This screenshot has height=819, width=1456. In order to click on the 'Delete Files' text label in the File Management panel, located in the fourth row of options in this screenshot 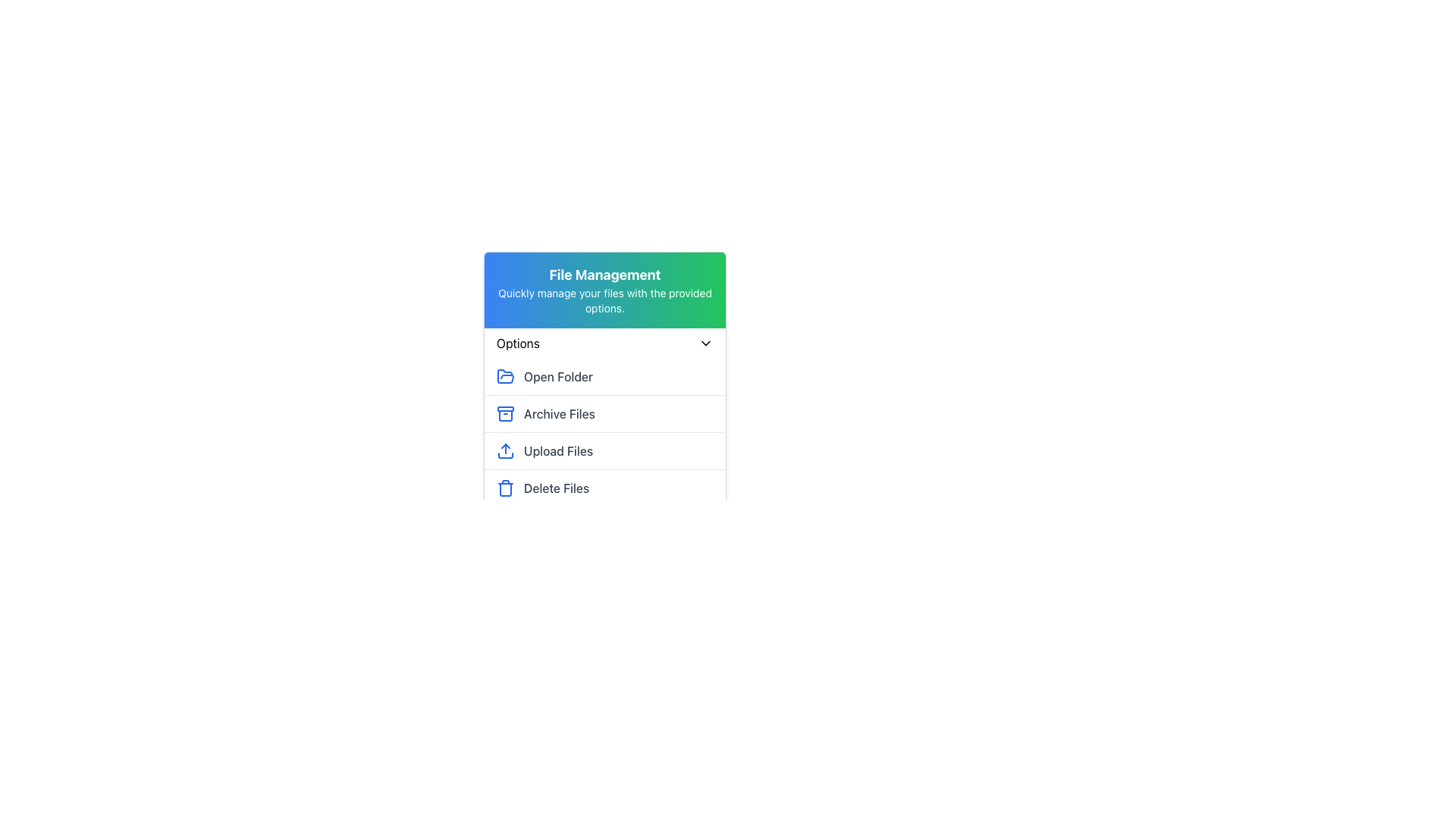, I will do `click(556, 488)`.